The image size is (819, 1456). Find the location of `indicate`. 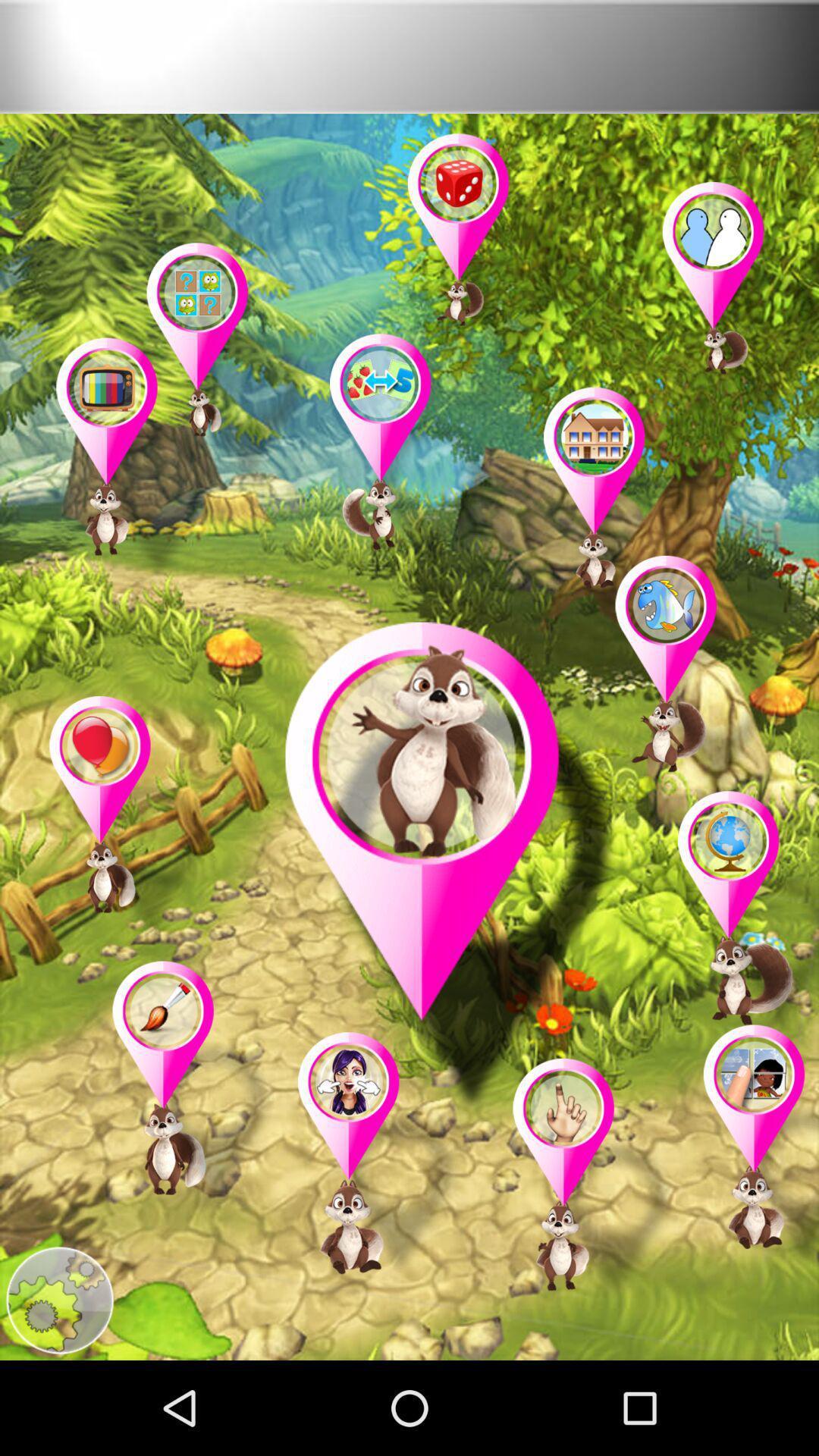

indicate is located at coordinates (697, 679).